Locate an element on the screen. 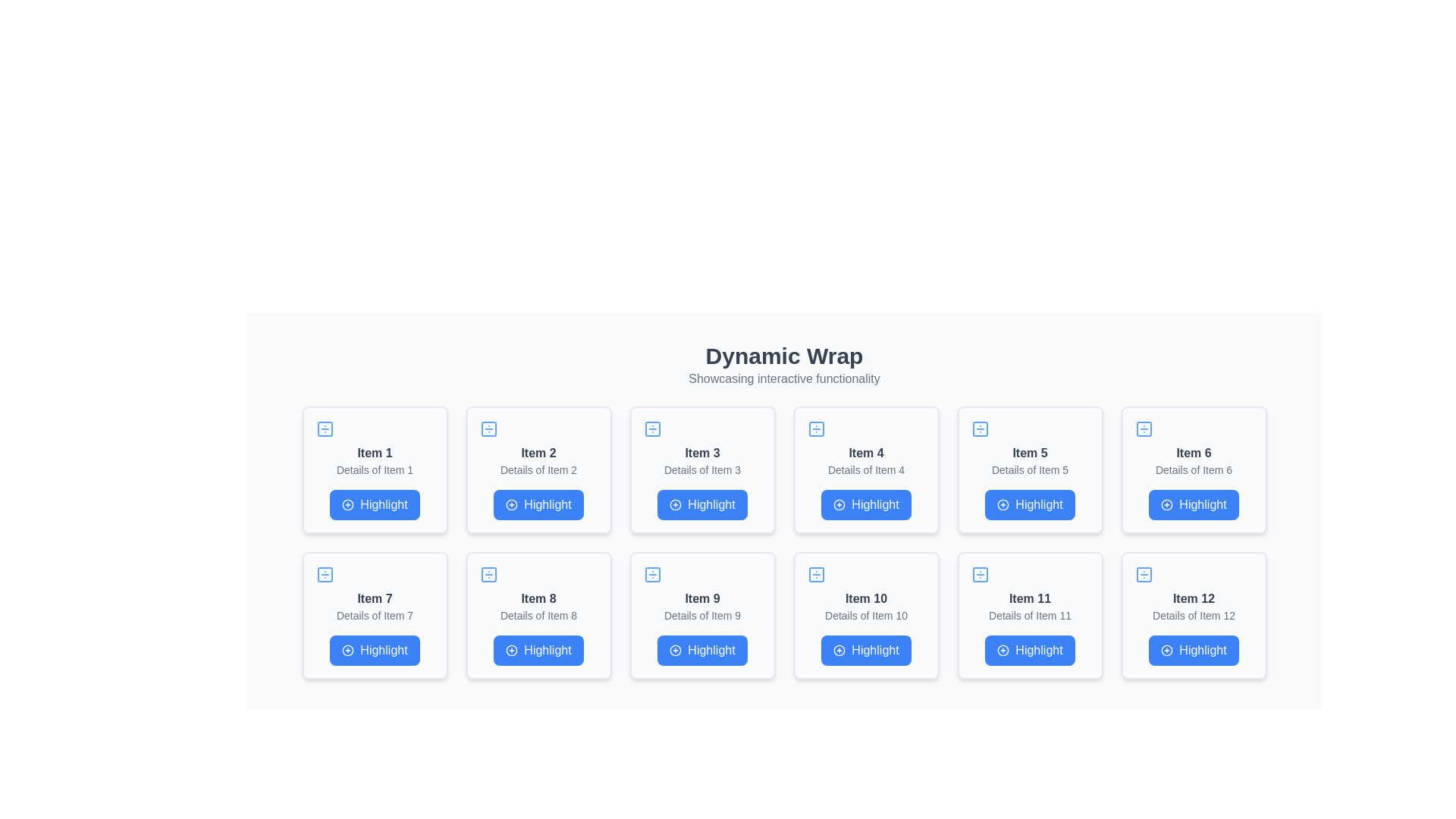  the text label that reads 'Item 8', which is in bold, dark gray color, located within a card-like component in the grid layout is located at coordinates (538, 598).